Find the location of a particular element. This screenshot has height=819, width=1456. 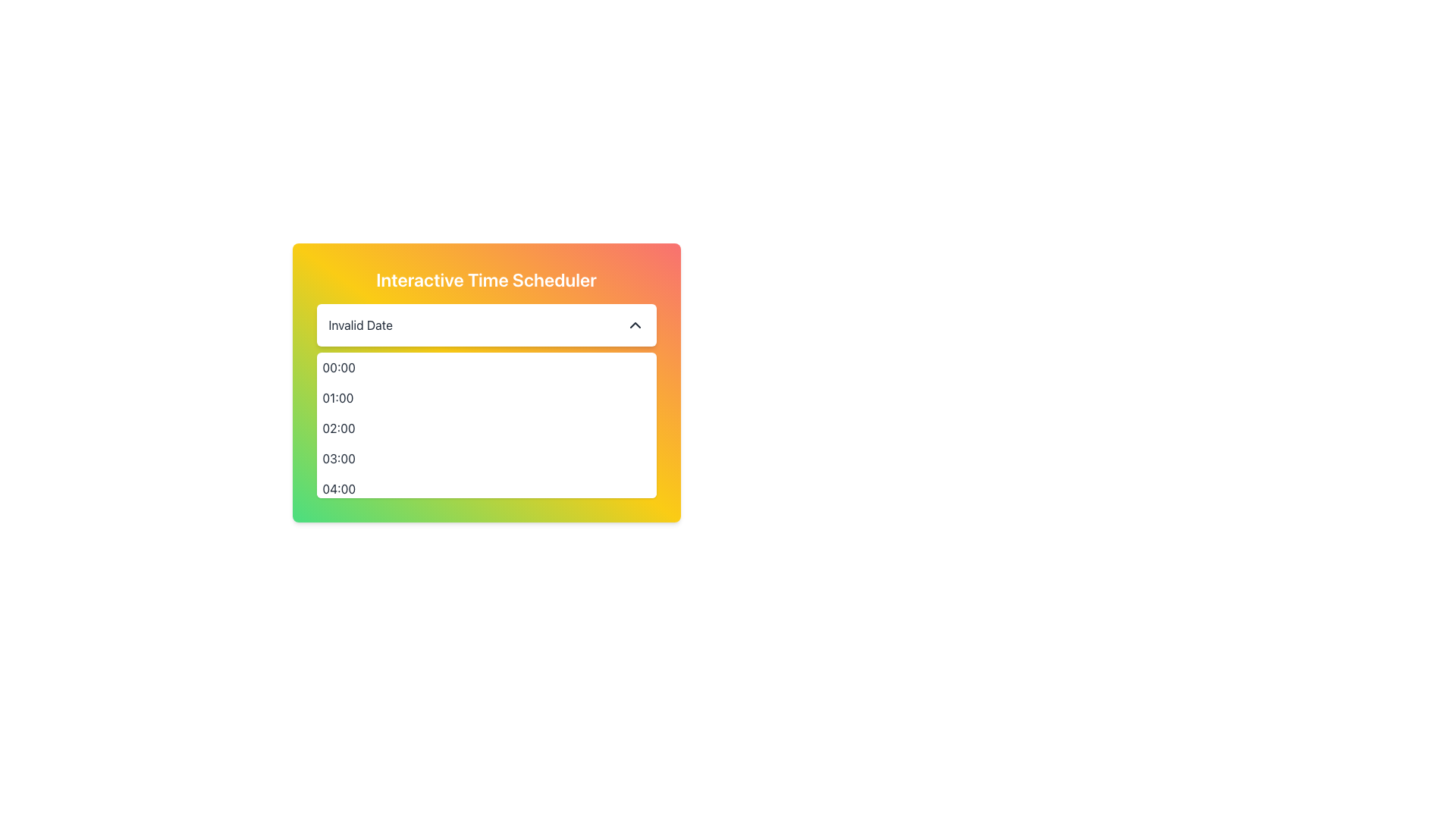

the '01:00' dropdown menu item is located at coordinates (486, 397).